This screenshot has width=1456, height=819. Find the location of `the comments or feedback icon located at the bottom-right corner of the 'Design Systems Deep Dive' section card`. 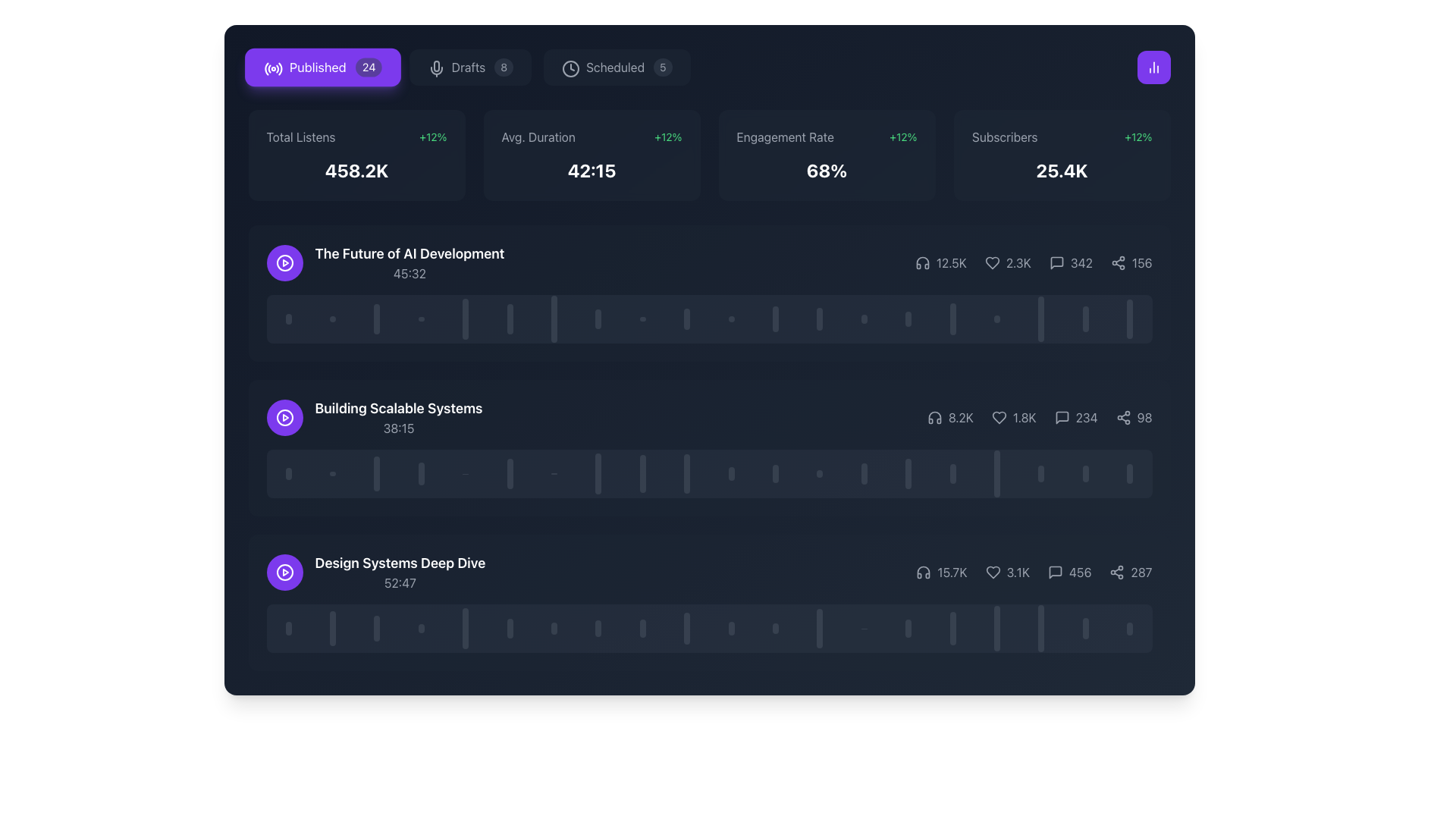

the comments or feedback icon located at the bottom-right corner of the 'Design Systems Deep Dive' section card is located at coordinates (1055, 573).